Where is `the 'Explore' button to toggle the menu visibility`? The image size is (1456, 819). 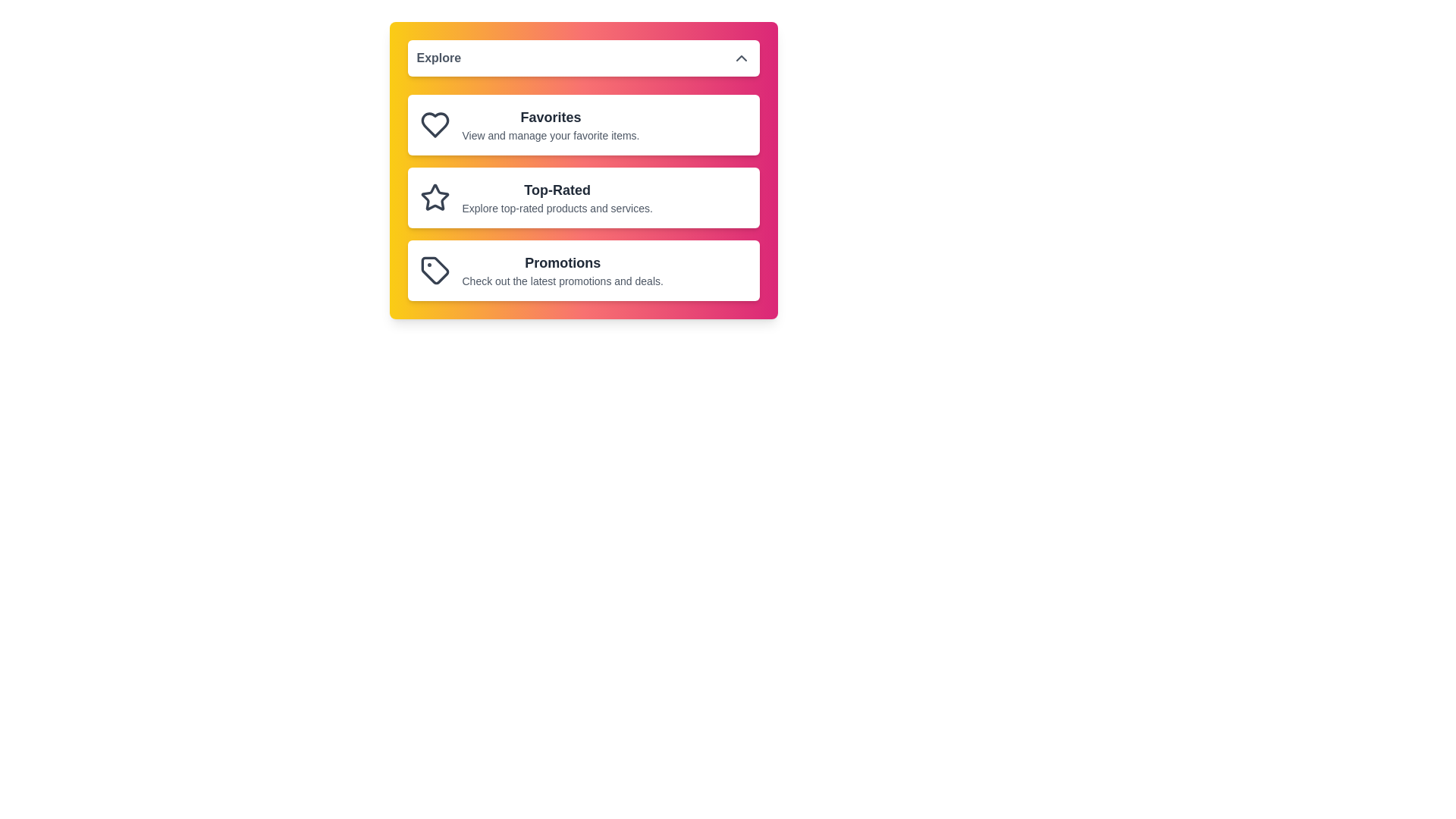 the 'Explore' button to toggle the menu visibility is located at coordinates (582, 58).